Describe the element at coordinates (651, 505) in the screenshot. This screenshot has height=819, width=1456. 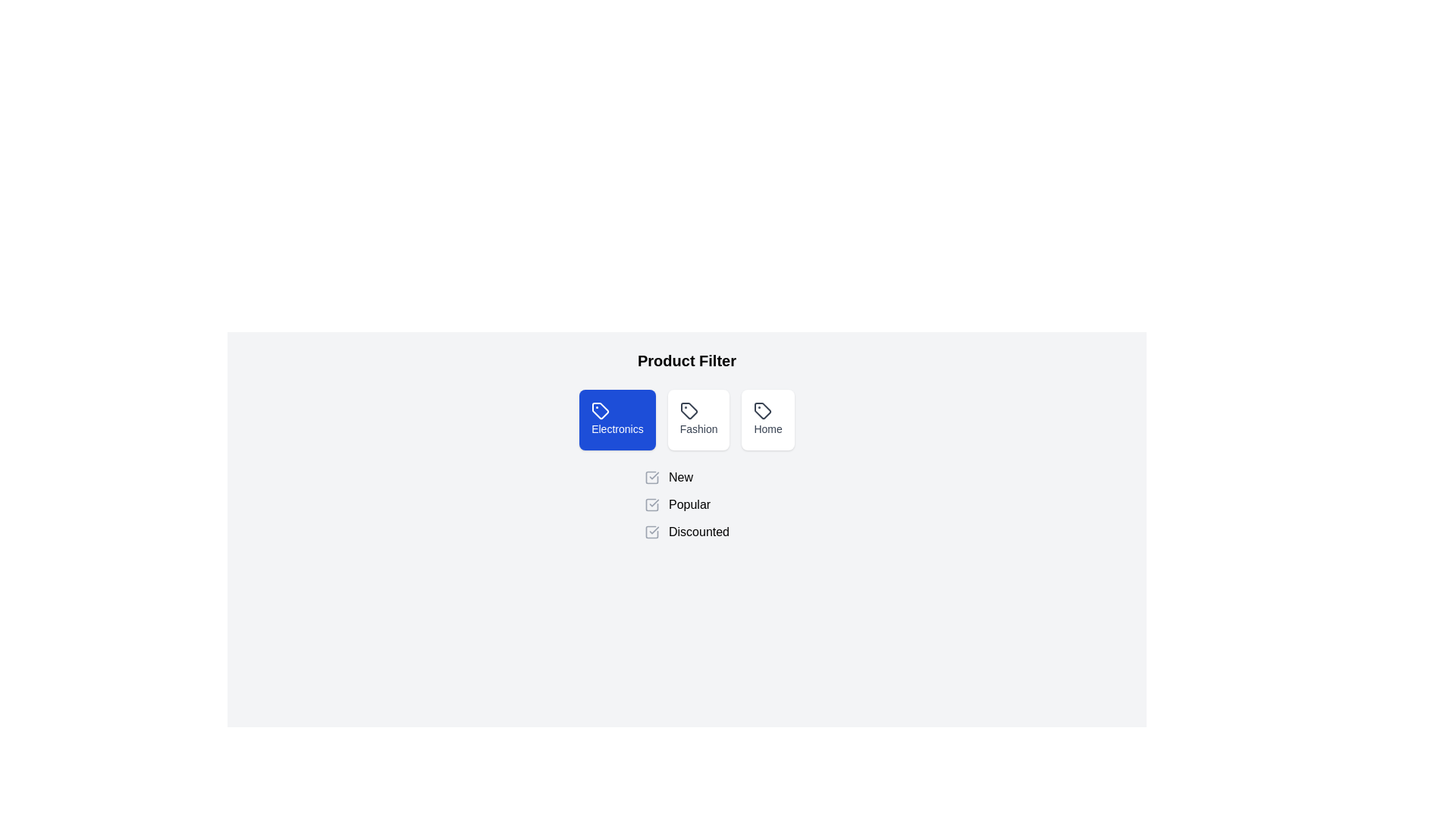
I see `the 'Popular' filter checkbox to toggle its state` at that location.